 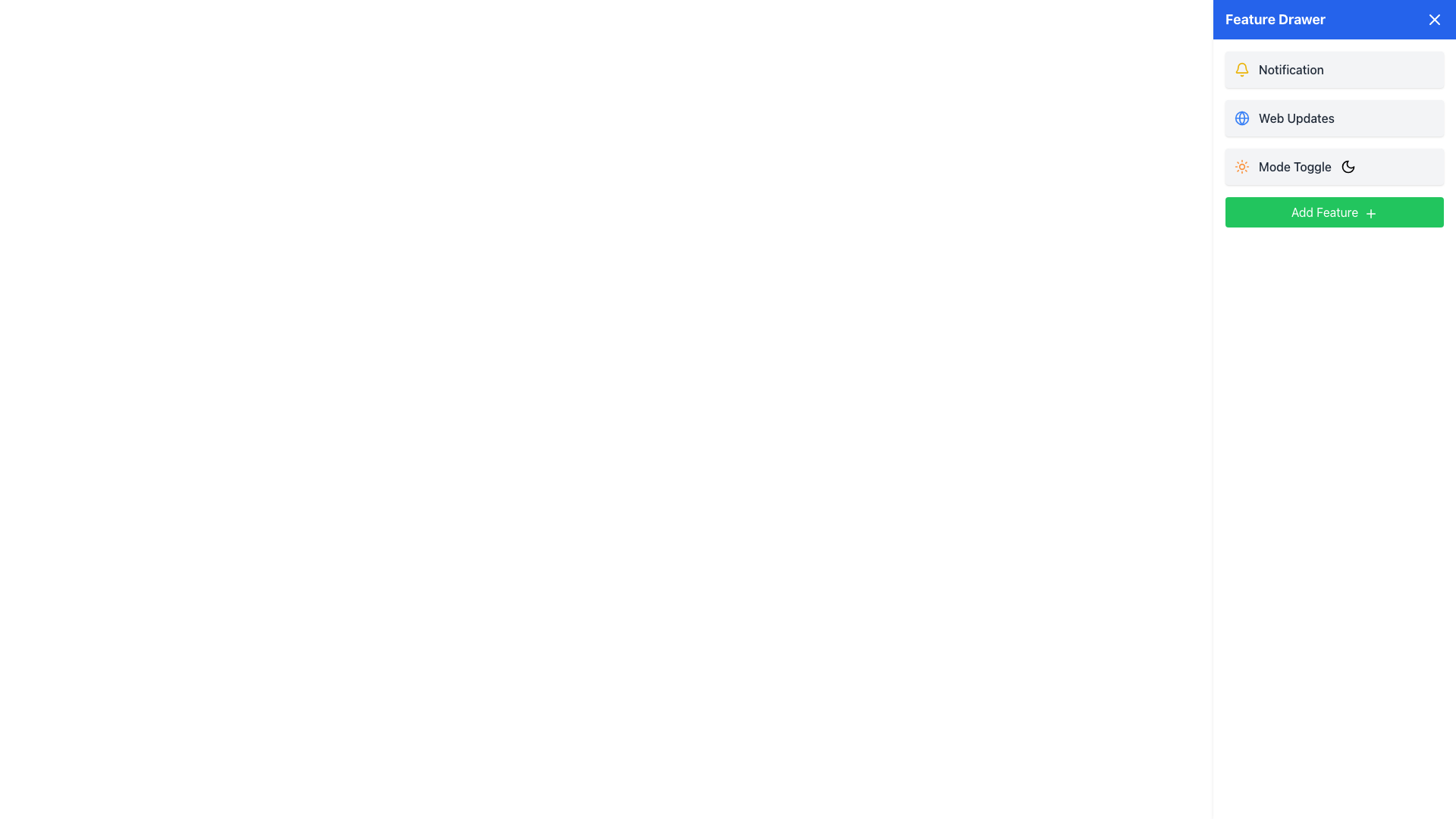 What do you see at coordinates (1294, 166) in the screenshot?
I see `the text label that describes the mode toggling functionality within the 'Feature Drawer' interface, positioned between a sun icon and a crescent moon icon` at bounding box center [1294, 166].